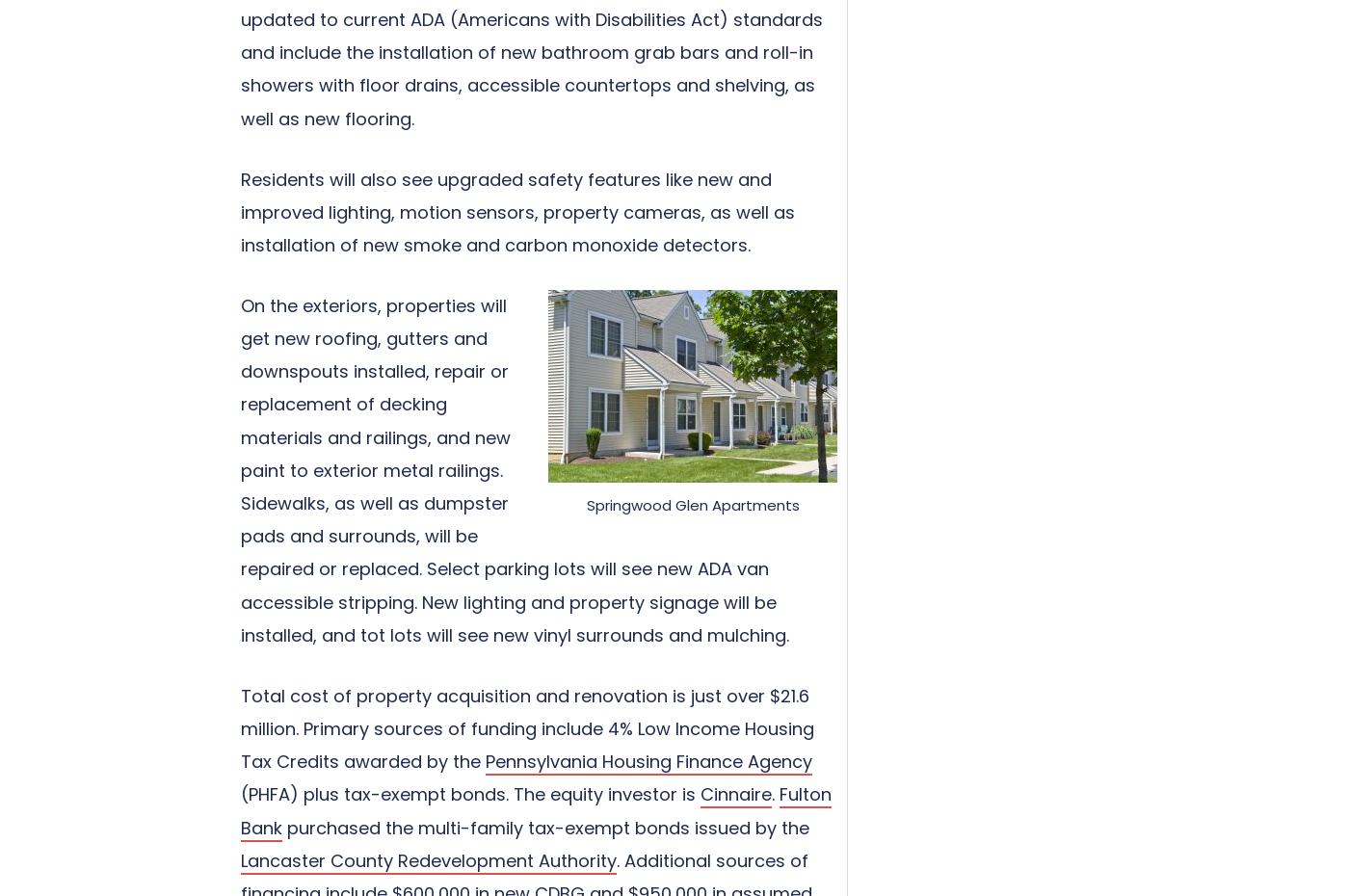 This screenshot has height=896, width=1349. What do you see at coordinates (515, 468) in the screenshot?
I see `'On the exteriors, properties will get new roofing, gutters and downspouts installed, repair or replacement of decking materials and railings, and new paint to exterior metal railings. Sidewalks, as well as dumpster pads and surrounds, will be repaired or replaced. Select parking lots will see new ADA van accessible stripping. New lighting and property signage will be installed, and tot lots will see new vinyl surrounds and mulching.'` at bounding box center [515, 468].